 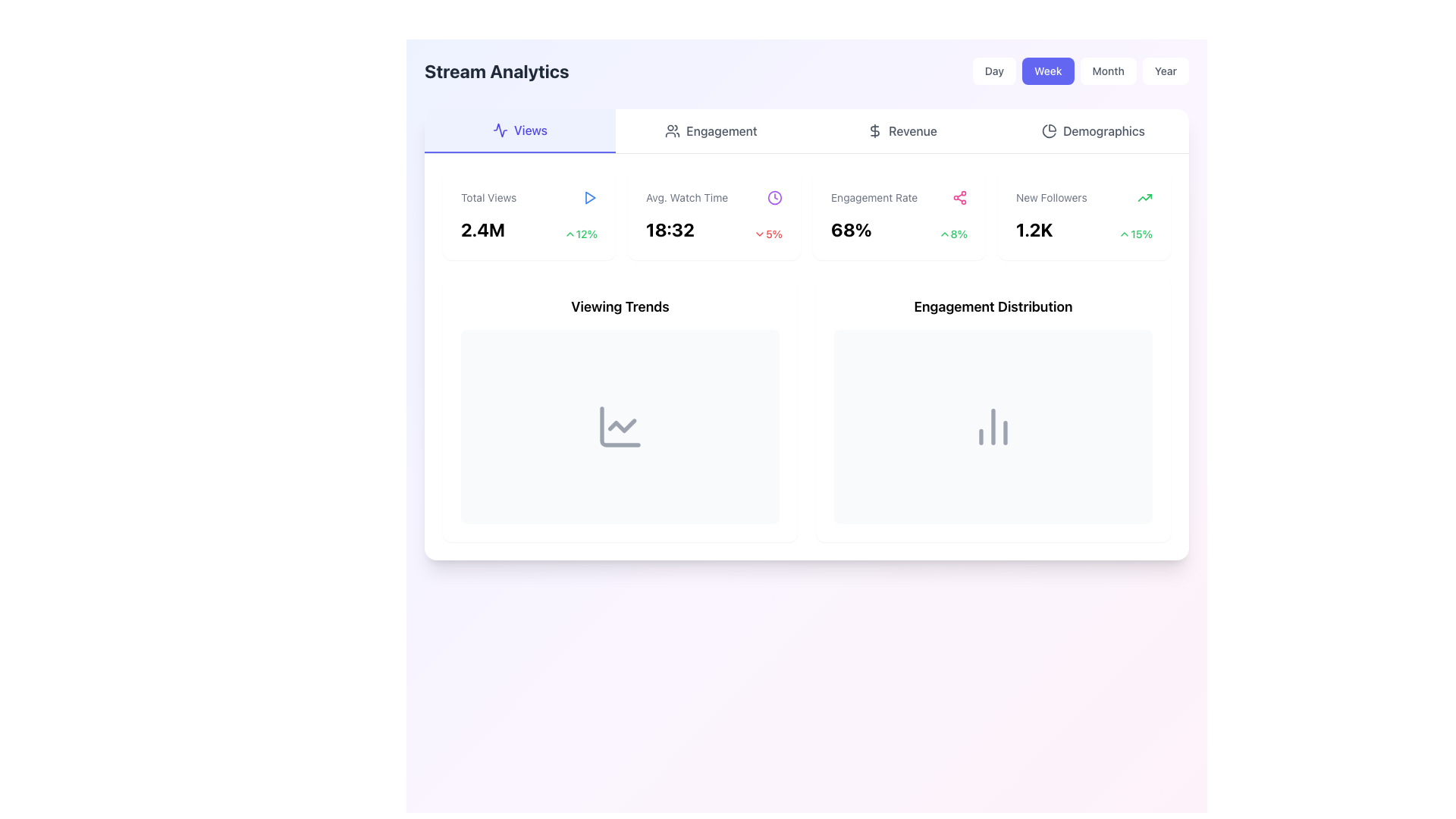 What do you see at coordinates (1034, 230) in the screenshot?
I see `numerical value displayed in the Text Label that indicates the quantity of new followers located at the top-right of the dashboard under the 'New Followers' header` at bounding box center [1034, 230].